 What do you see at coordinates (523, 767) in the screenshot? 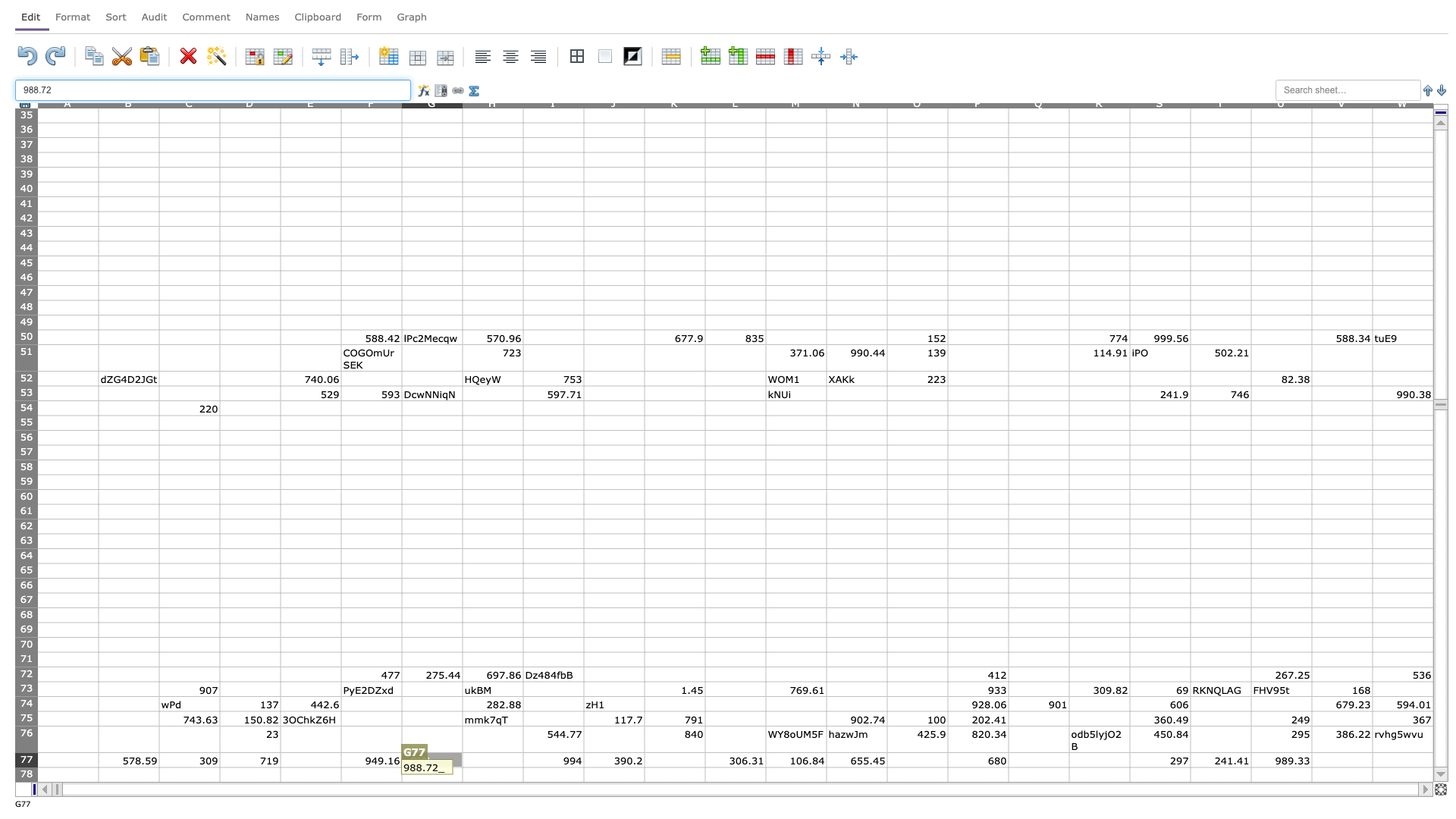
I see `top left corner of I78` at bounding box center [523, 767].